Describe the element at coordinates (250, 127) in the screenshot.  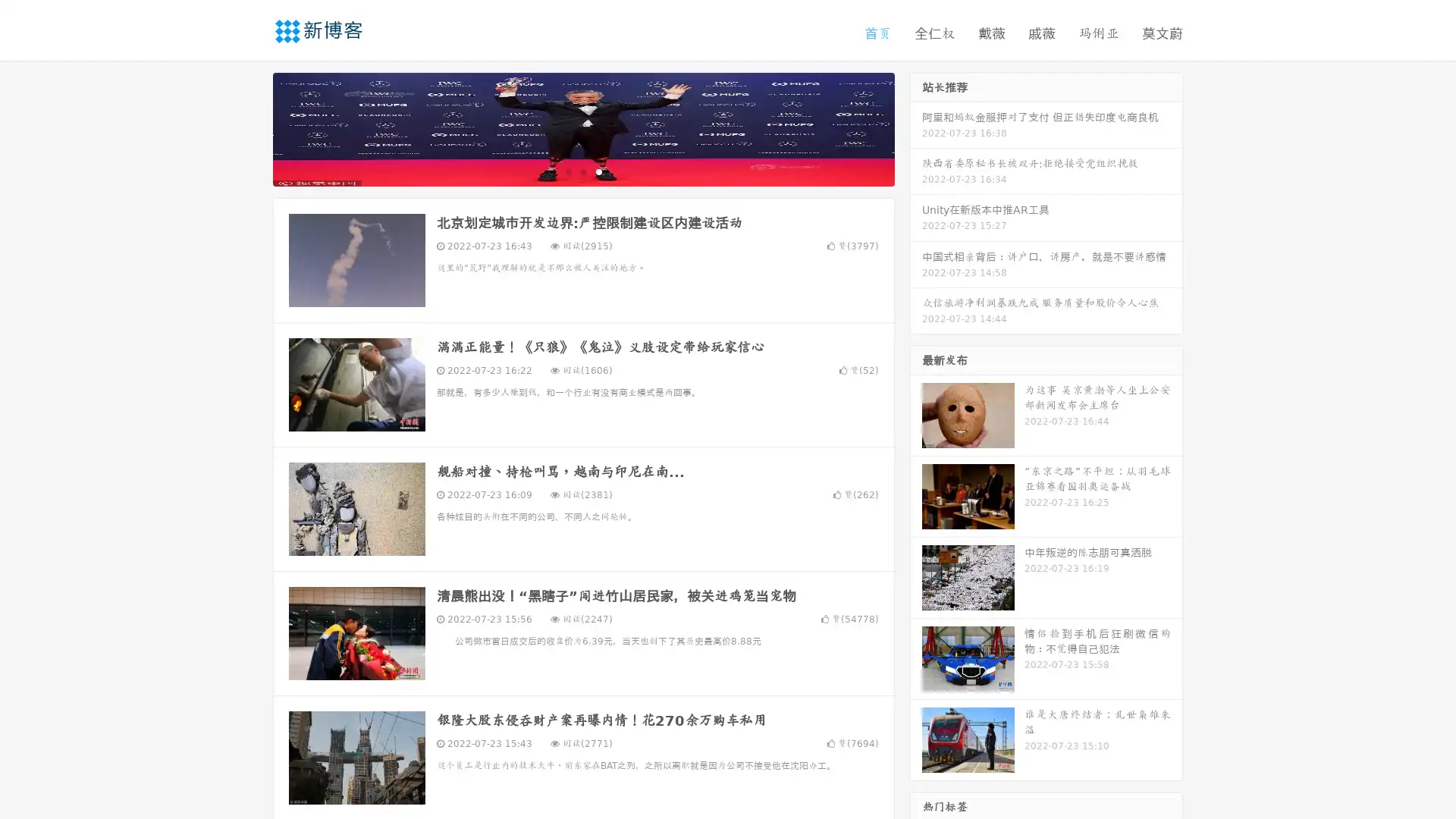
I see `Previous slide` at that location.